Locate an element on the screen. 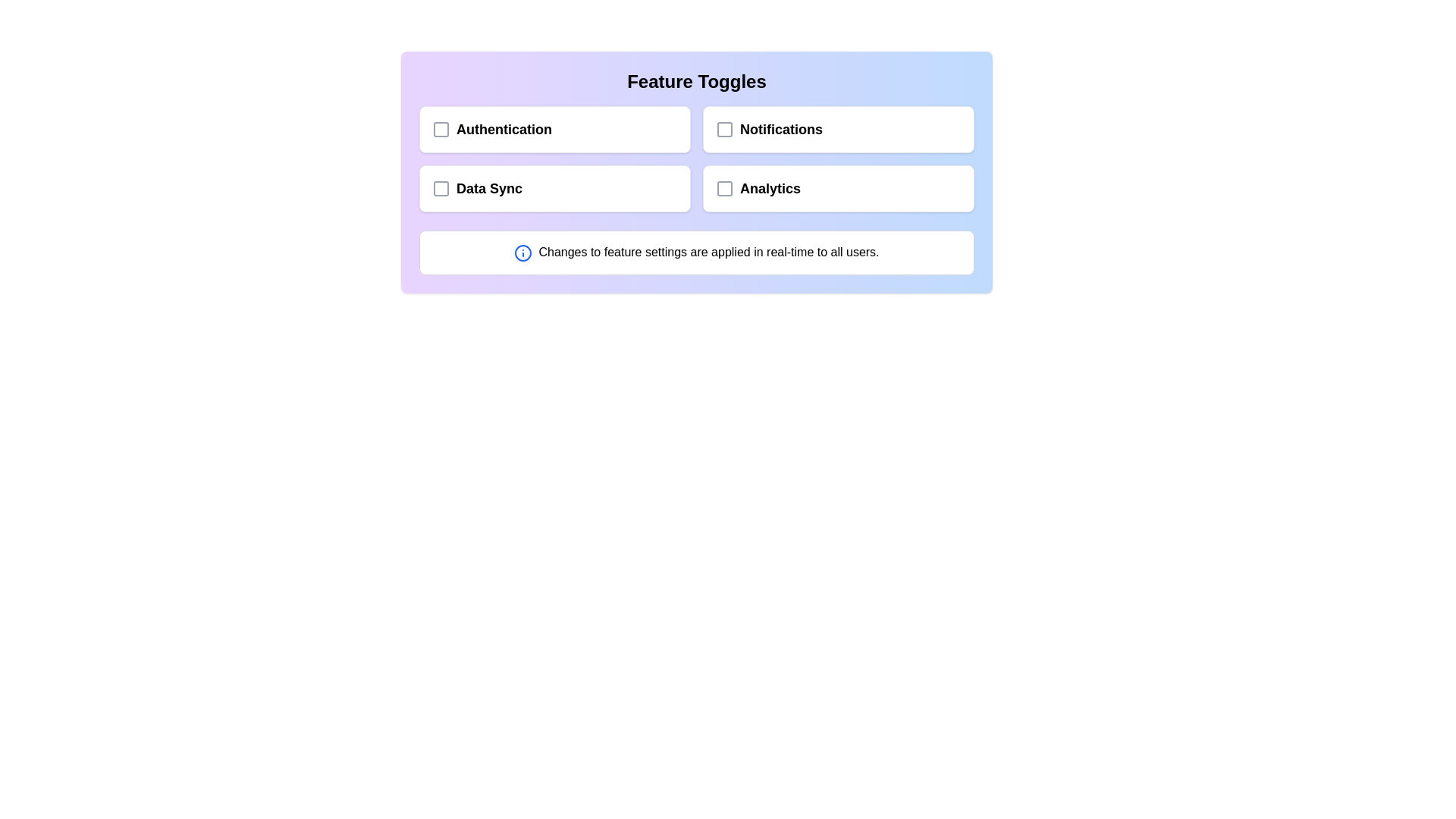 Image resolution: width=1456 pixels, height=819 pixels. the 'Data Sync' toggleable feature block located in the left column of the second row is located at coordinates (554, 188).